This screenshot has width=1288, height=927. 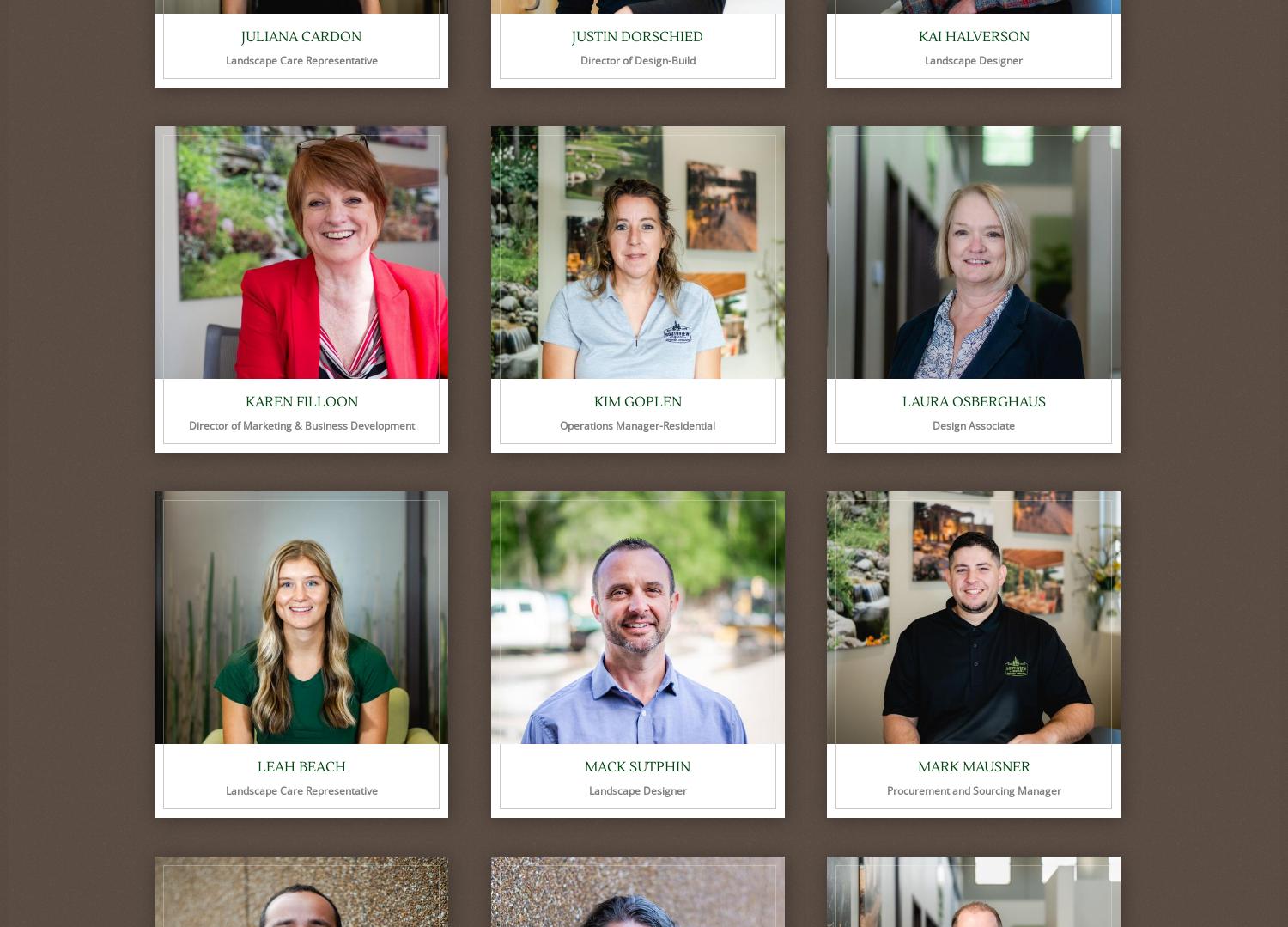 I want to click on 'Juliana Cardon', so click(x=240, y=36).